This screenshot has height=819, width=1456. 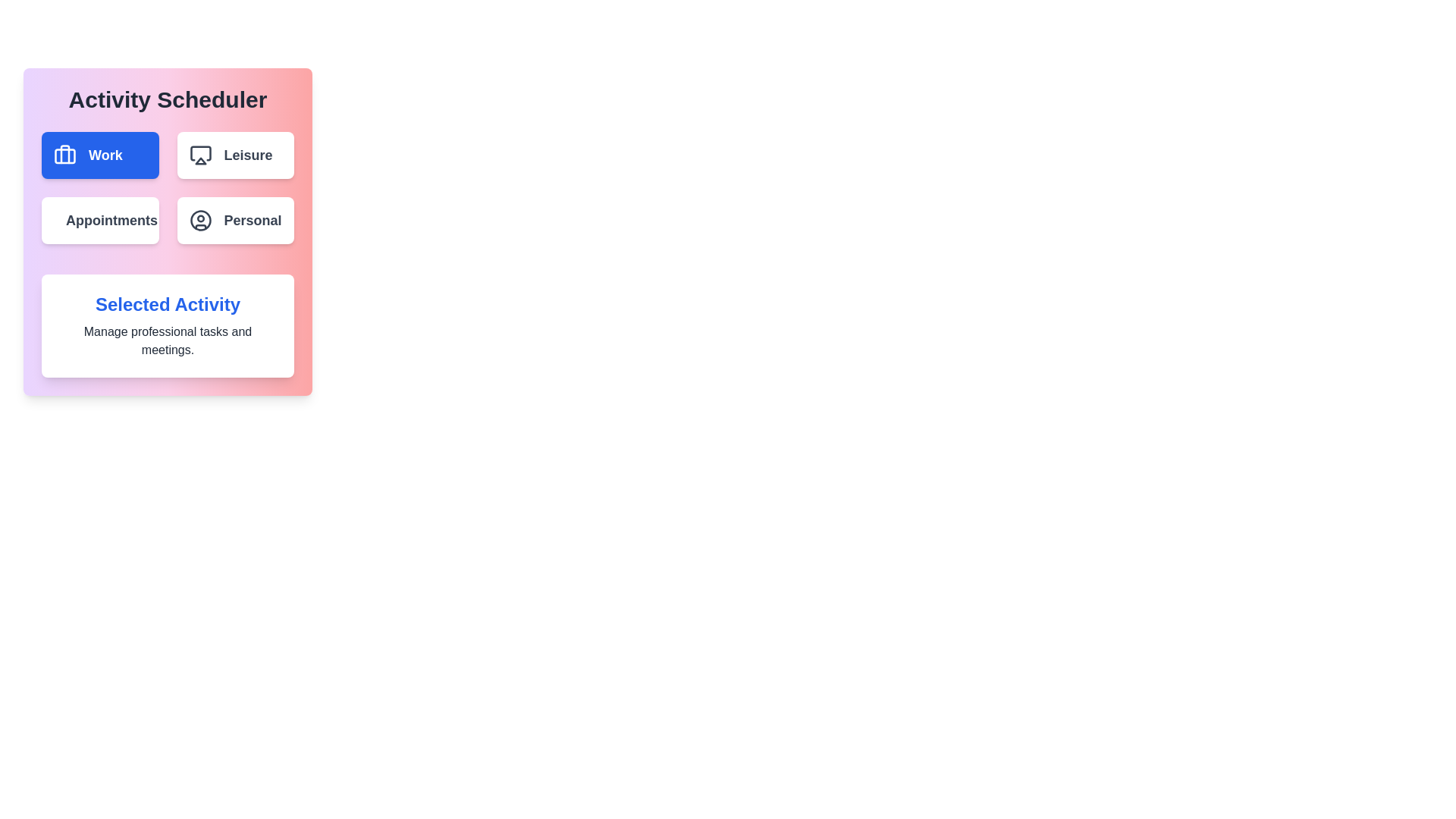 What do you see at coordinates (168, 341) in the screenshot?
I see `the Text Block that provides supplementary information below the heading 'Selected Activity' in the central layout of the interface` at bounding box center [168, 341].